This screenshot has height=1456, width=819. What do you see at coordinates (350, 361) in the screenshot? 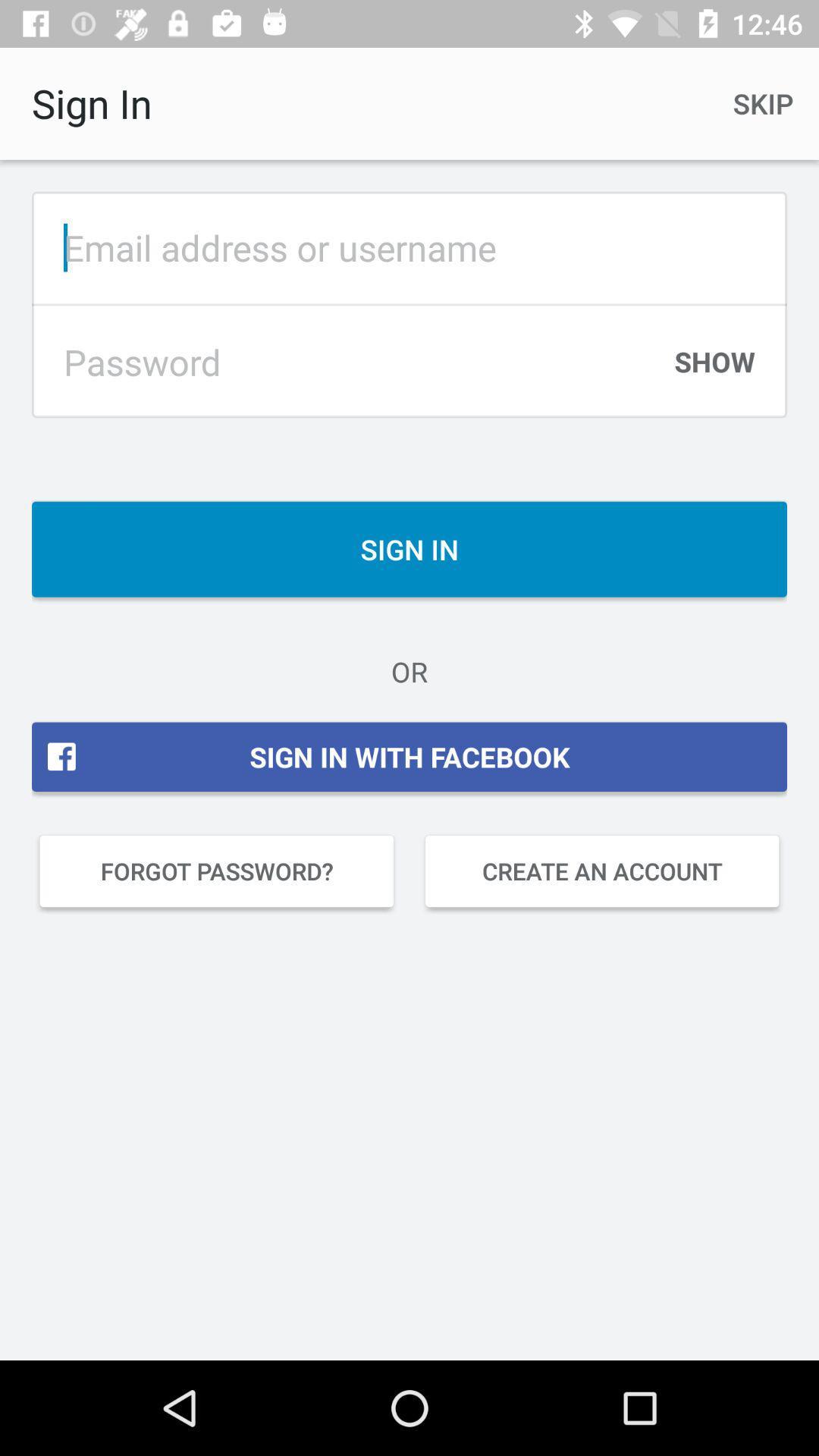
I see `type password` at bounding box center [350, 361].